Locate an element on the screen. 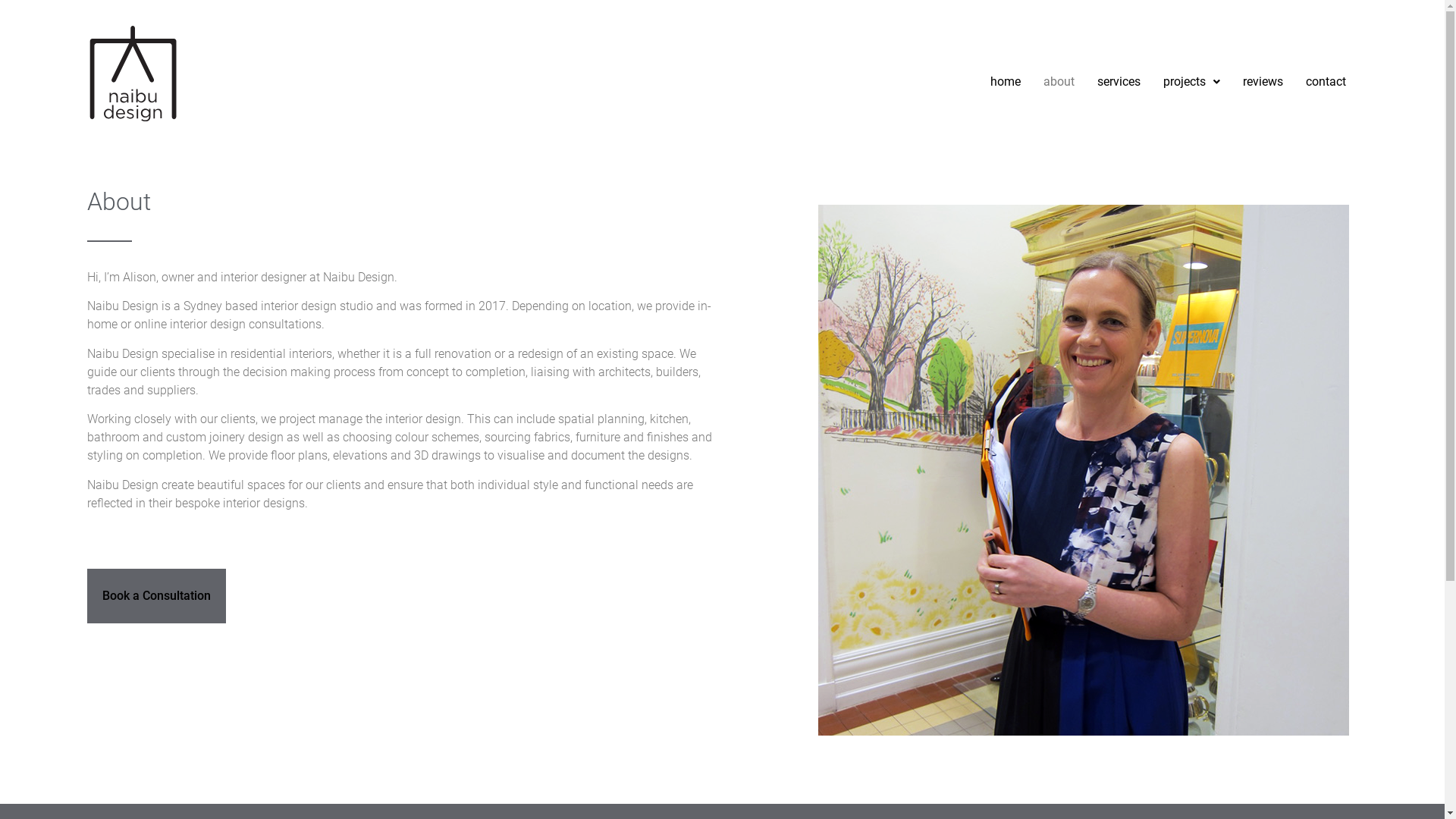 Image resolution: width=1456 pixels, height=819 pixels. 'services' is located at coordinates (1119, 82).